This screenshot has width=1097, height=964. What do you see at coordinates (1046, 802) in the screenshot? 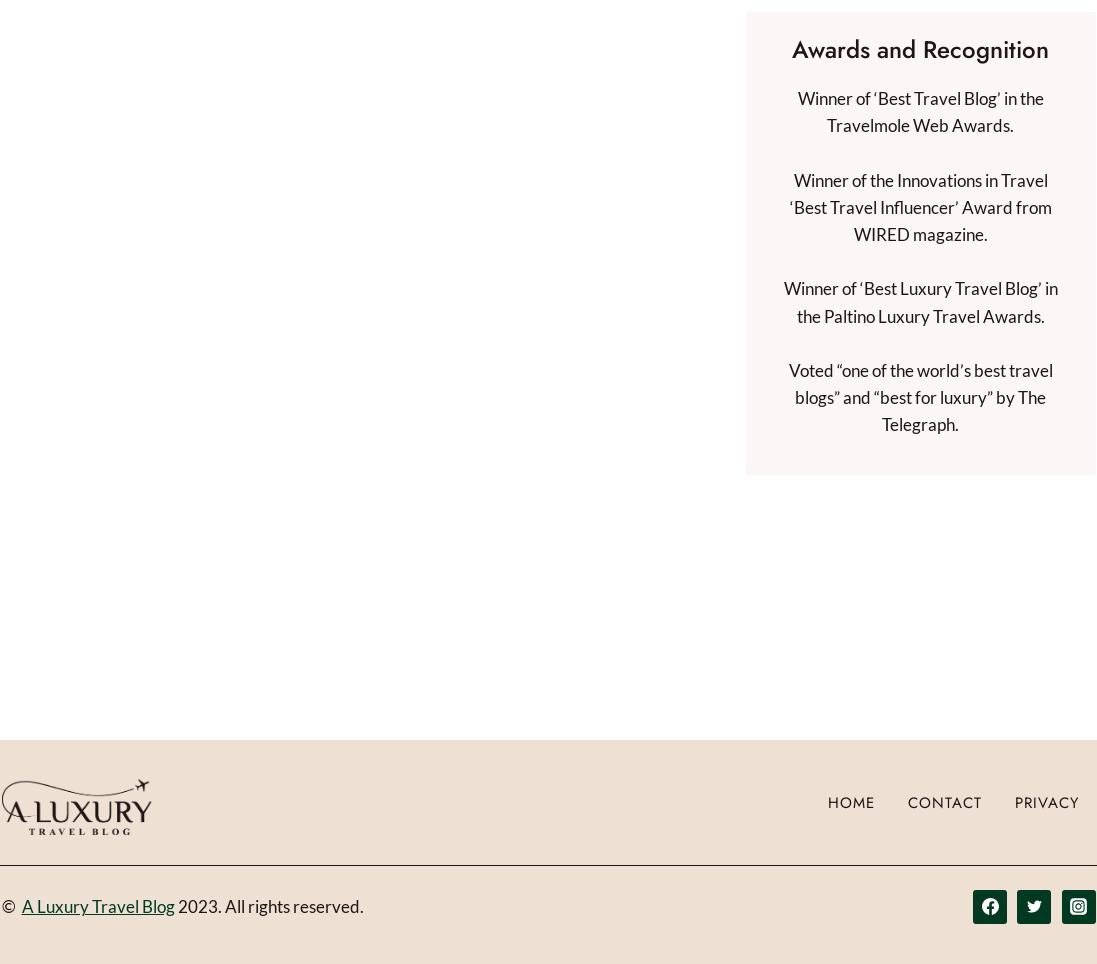
I see `'Privacy'` at bounding box center [1046, 802].